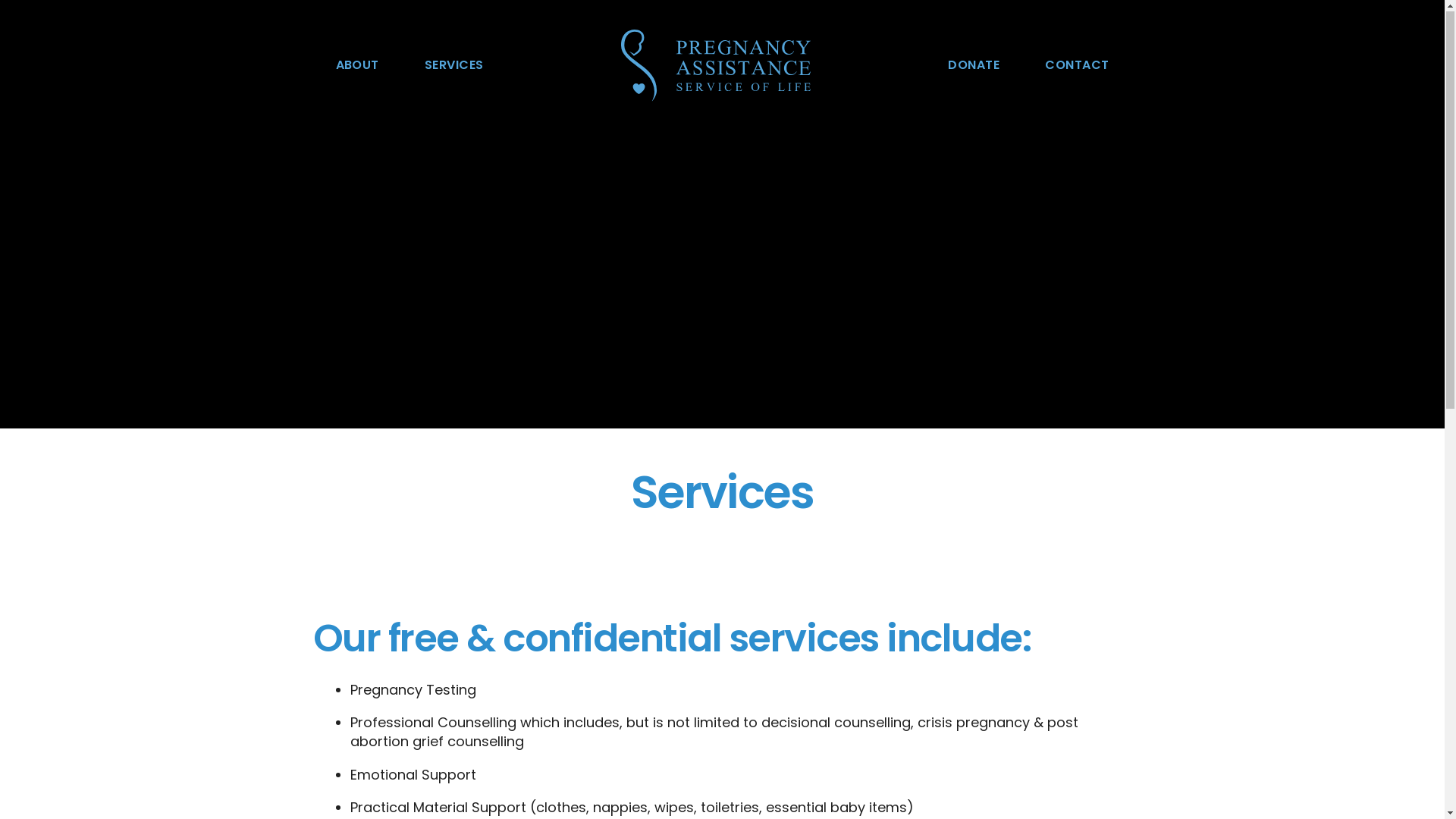  What do you see at coordinates (1076, 65) in the screenshot?
I see `'CONTACT'` at bounding box center [1076, 65].